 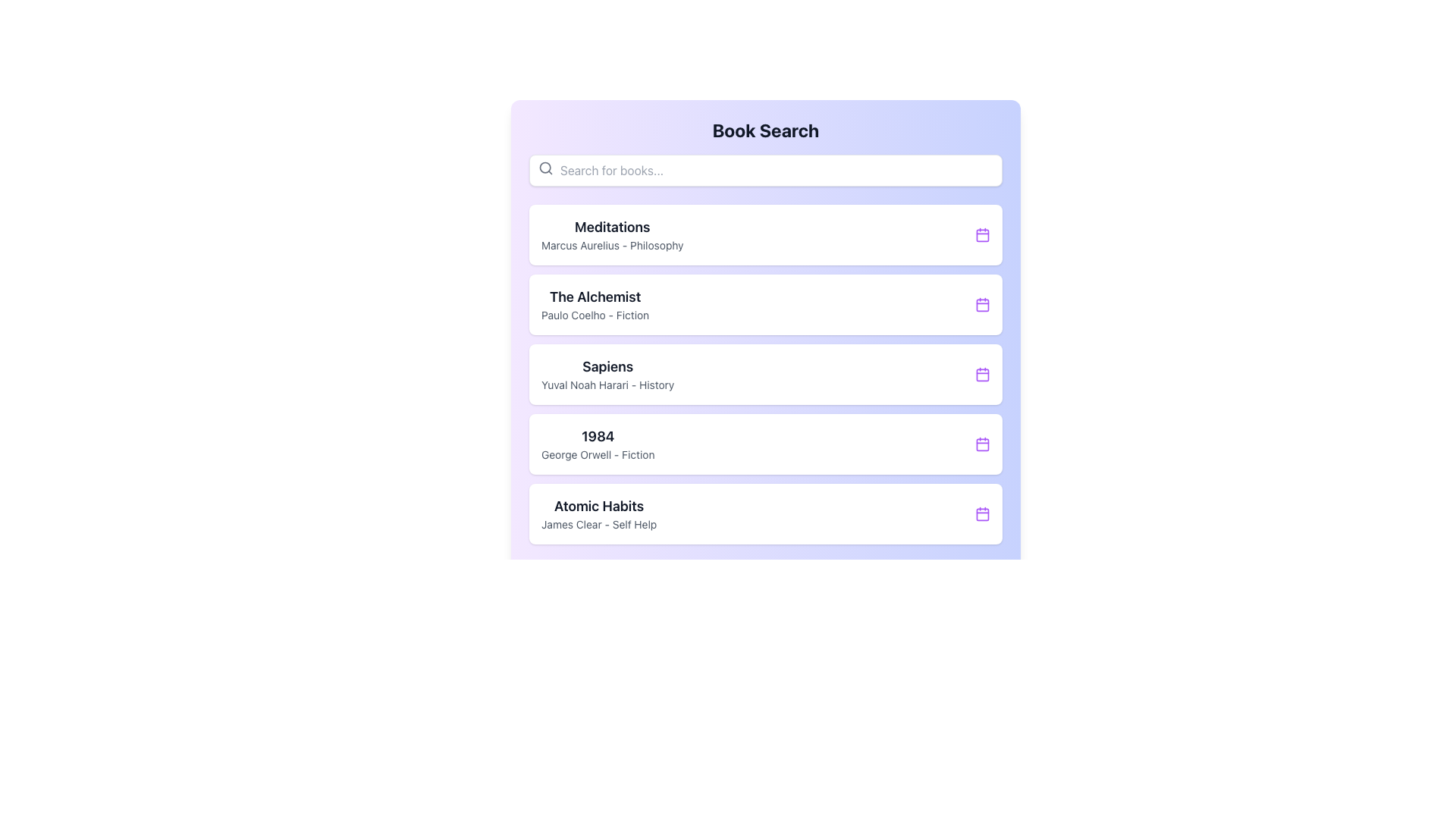 What do you see at coordinates (597, 436) in the screenshot?
I see `the text label displaying the title '1984', which is positioned within a list and is the third item in the sequence` at bounding box center [597, 436].